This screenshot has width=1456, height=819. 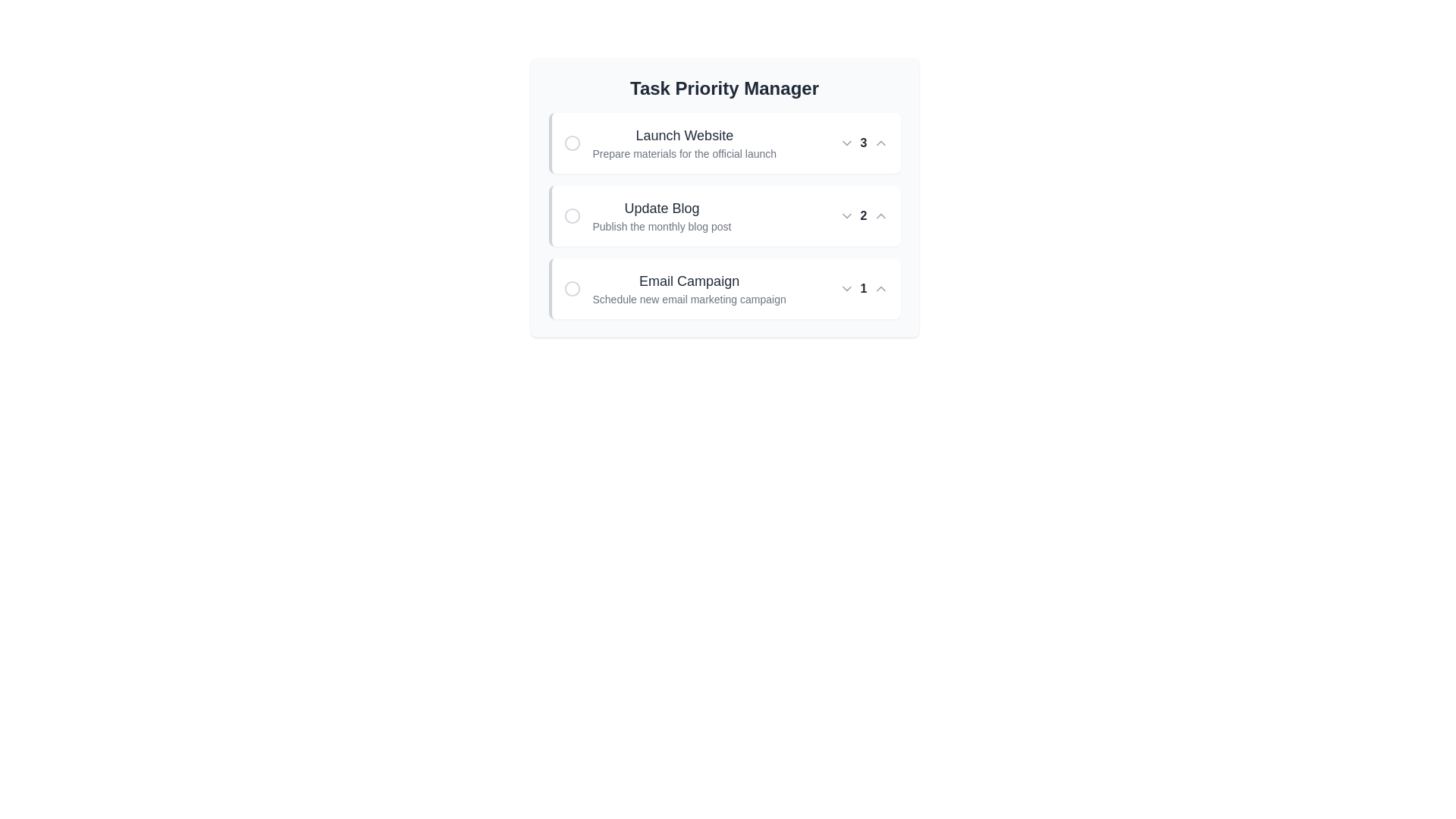 What do you see at coordinates (864, 289) in the screenshot?
I see `style and layout of the numeric value label representing the priority of the 'Email Campaign', located centrally between the downward and upward arrows` at bounding box center [864, 289].